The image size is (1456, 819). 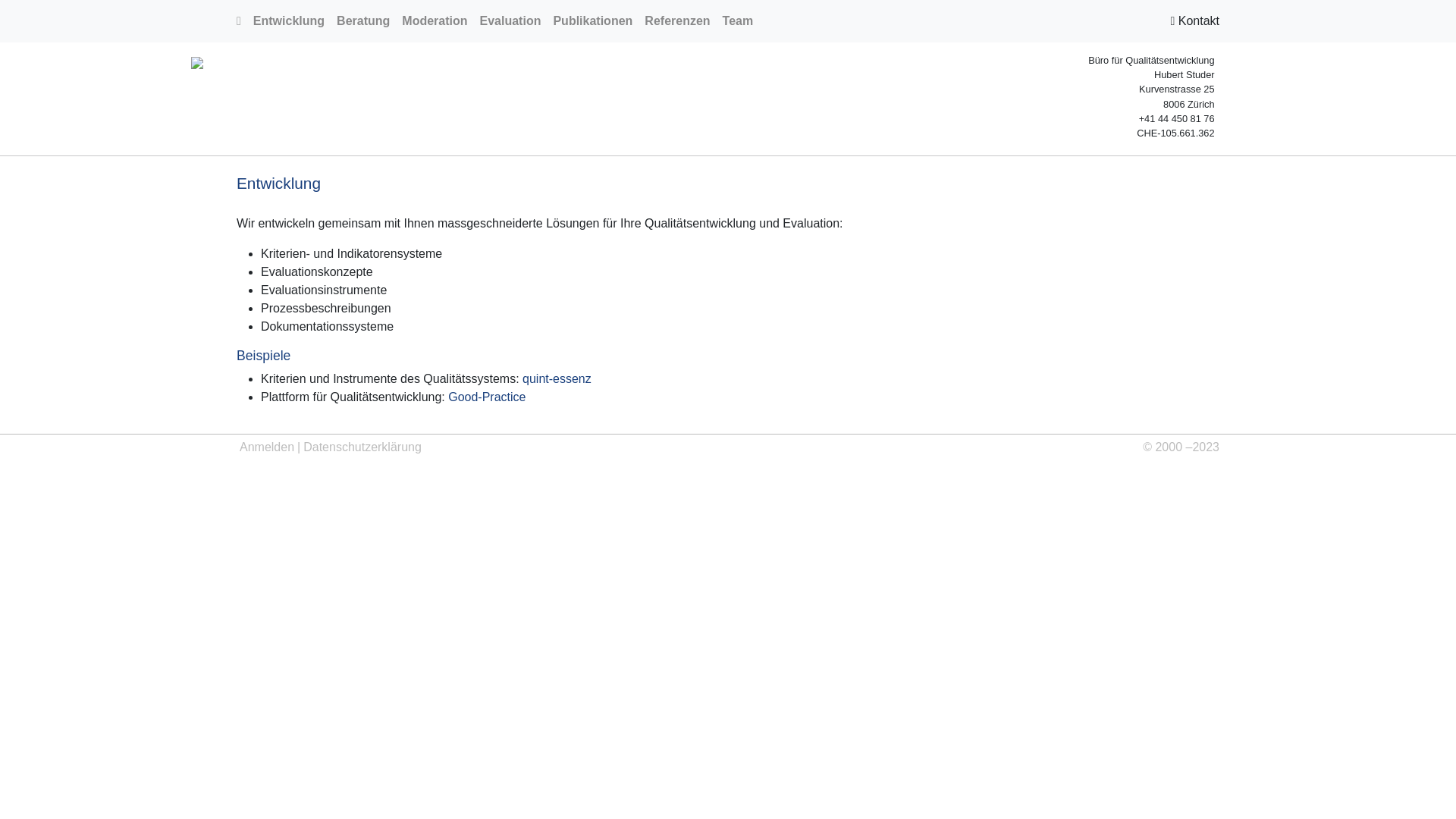 I want to click on 'quint-essenz', so click(x=522, y=378).